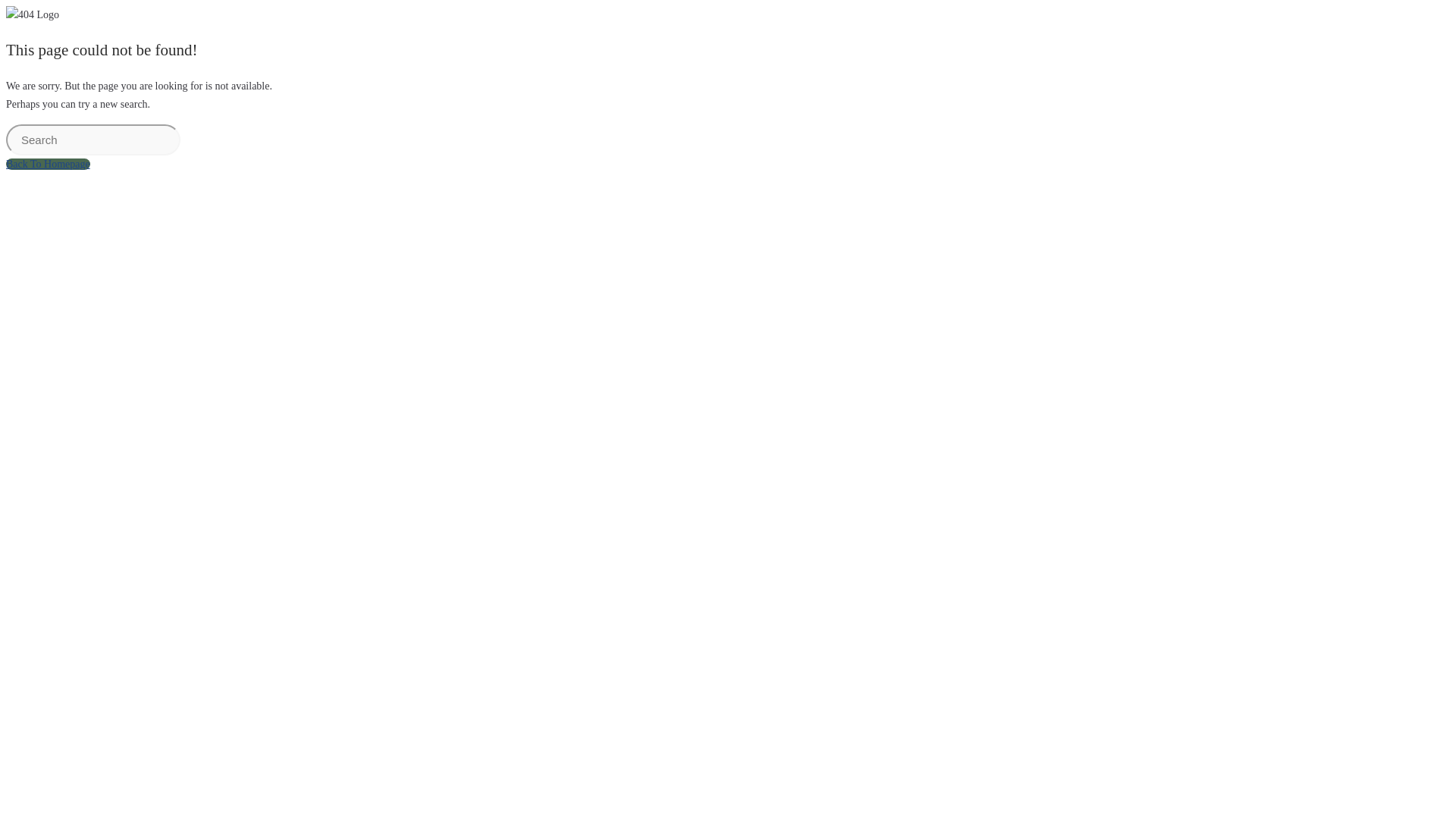  I want to click on 'Skip to content', so click(5, 5).